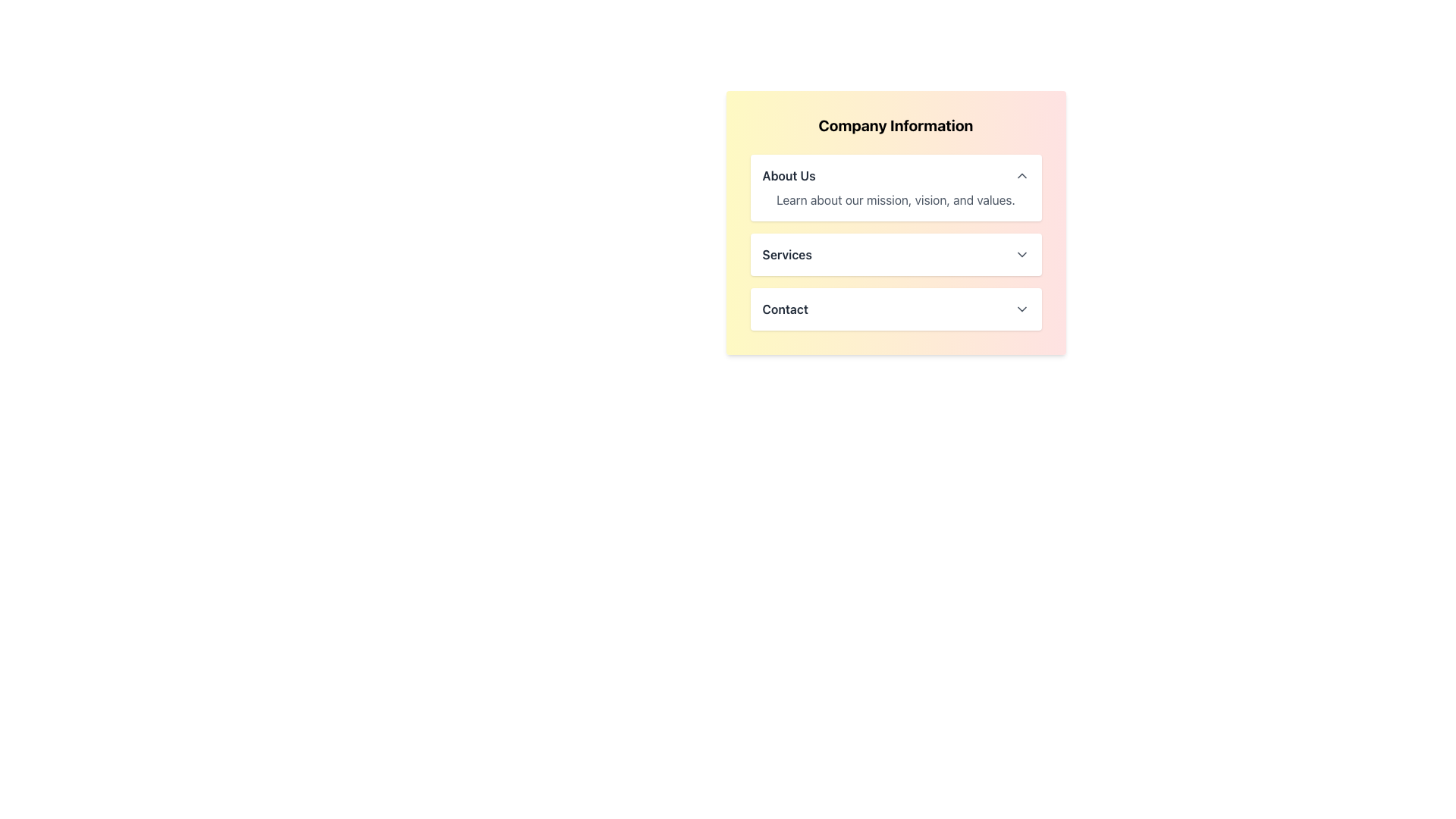 The height and width of the screenshot is (819, 1456). Describe the element at coordinates (787, 253) in the screenshot. I see `the non-interactive text label titled 'Services' located in the second section of the vertical layout under 'Company Information', positioned between 'About Us' and 'Contact'` at that location.